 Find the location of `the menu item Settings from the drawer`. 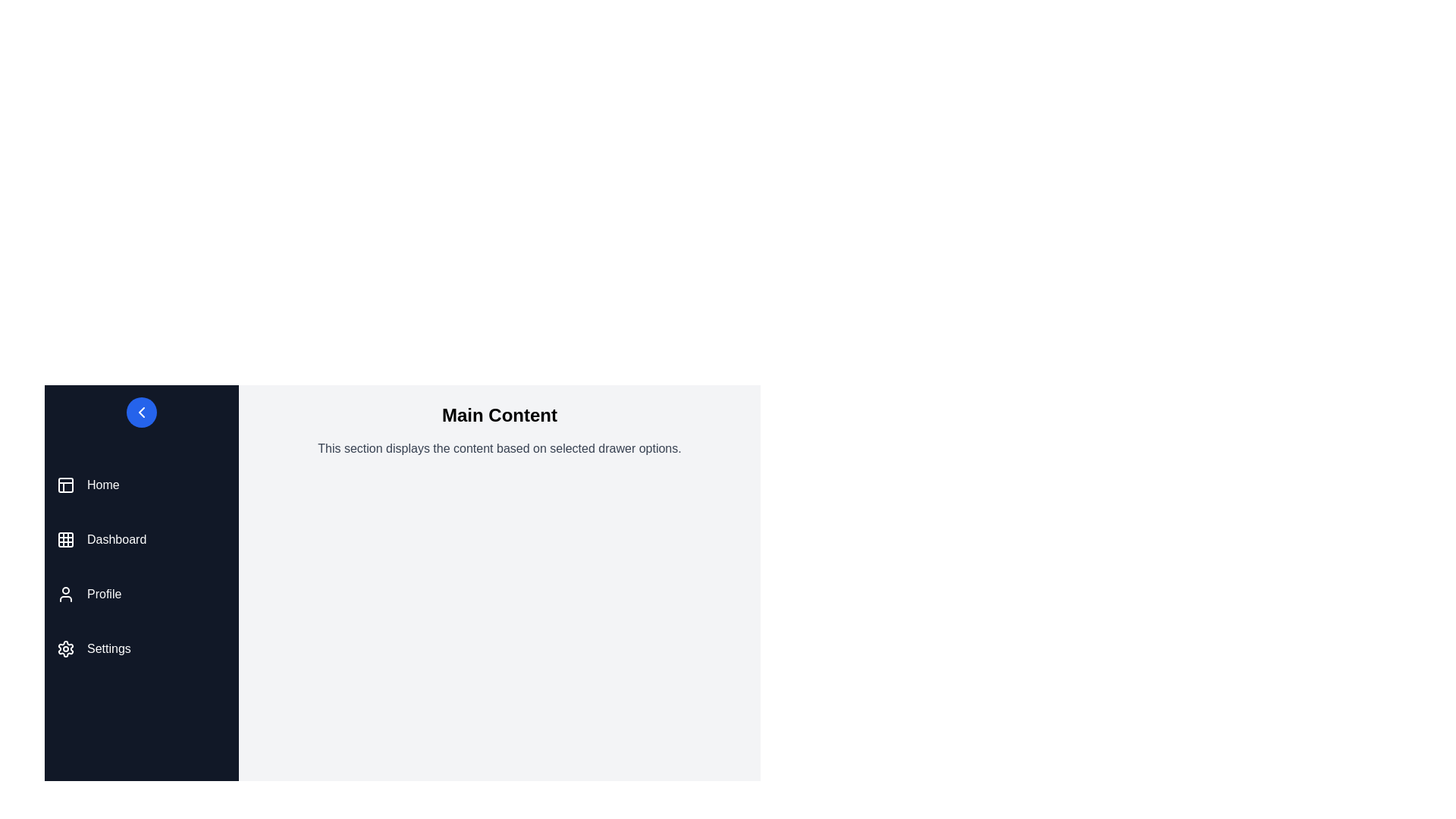

the menu item Settings from the drawer is located at coordinates (142, 648).